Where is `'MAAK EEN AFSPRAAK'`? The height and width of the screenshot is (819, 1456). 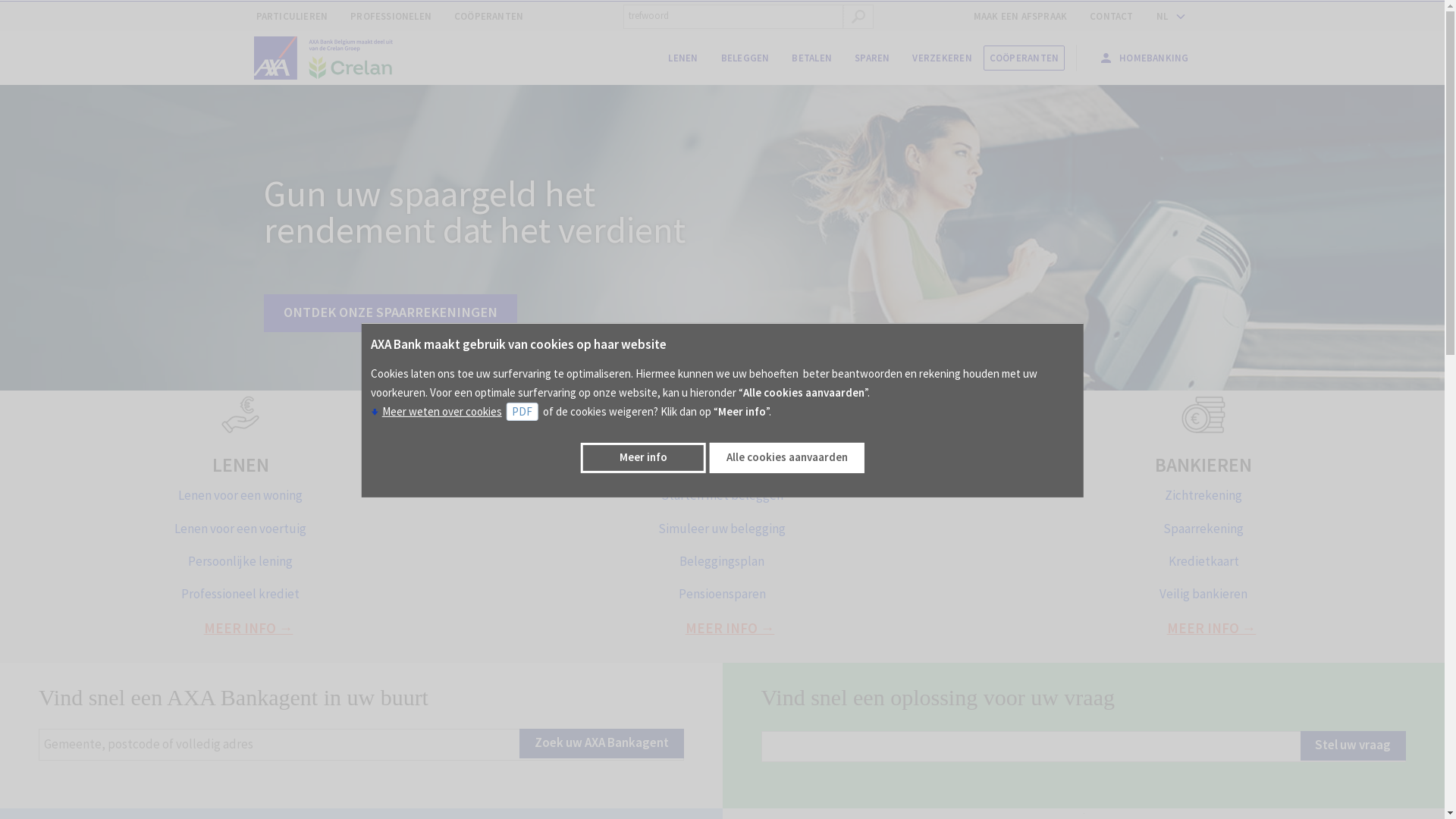
'MAAK EEN AFSPRAAK' is located at coordinates (1020, 16).